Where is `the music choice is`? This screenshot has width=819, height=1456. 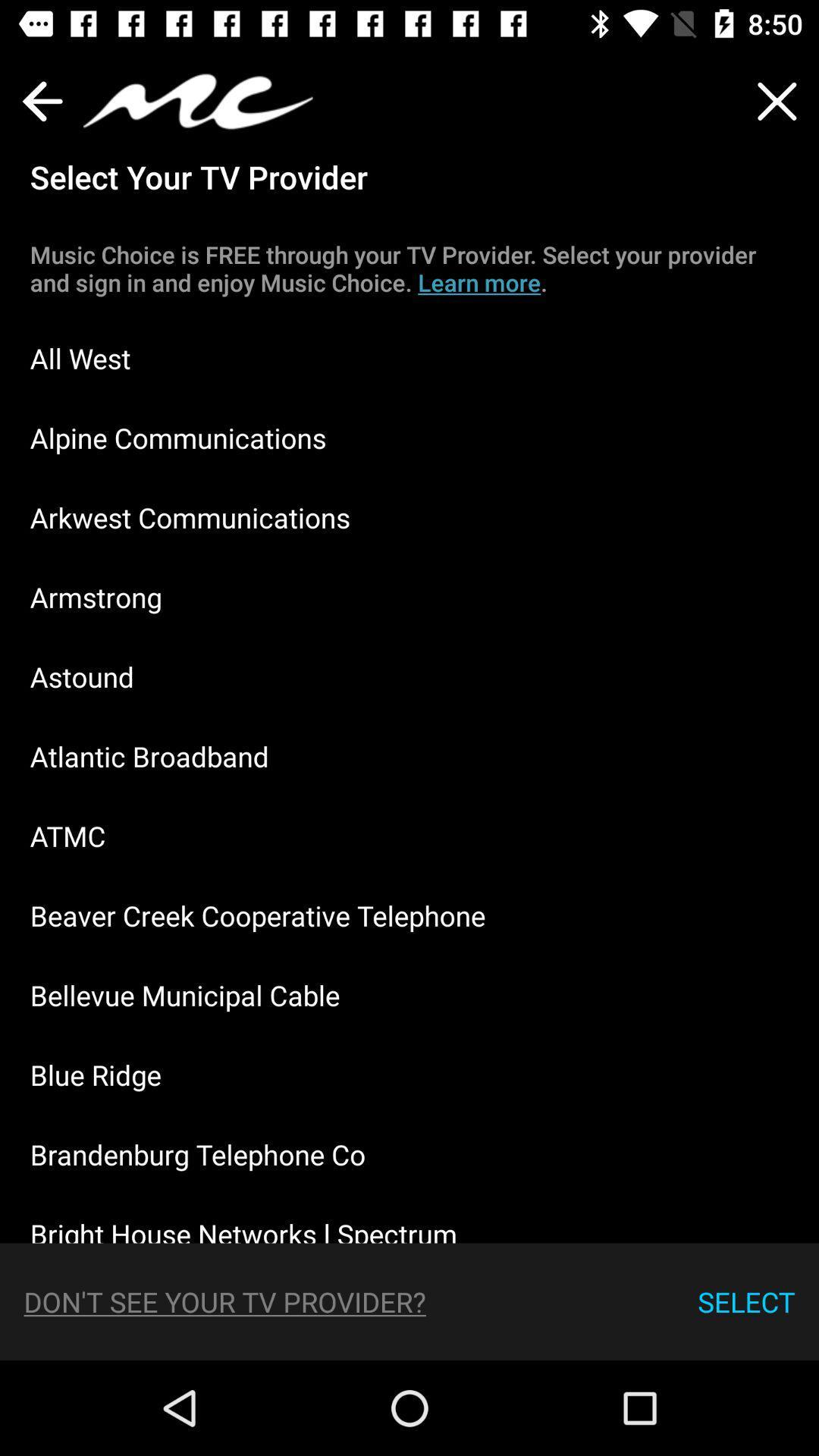 the music choice is is located at coordinates (409, 268).